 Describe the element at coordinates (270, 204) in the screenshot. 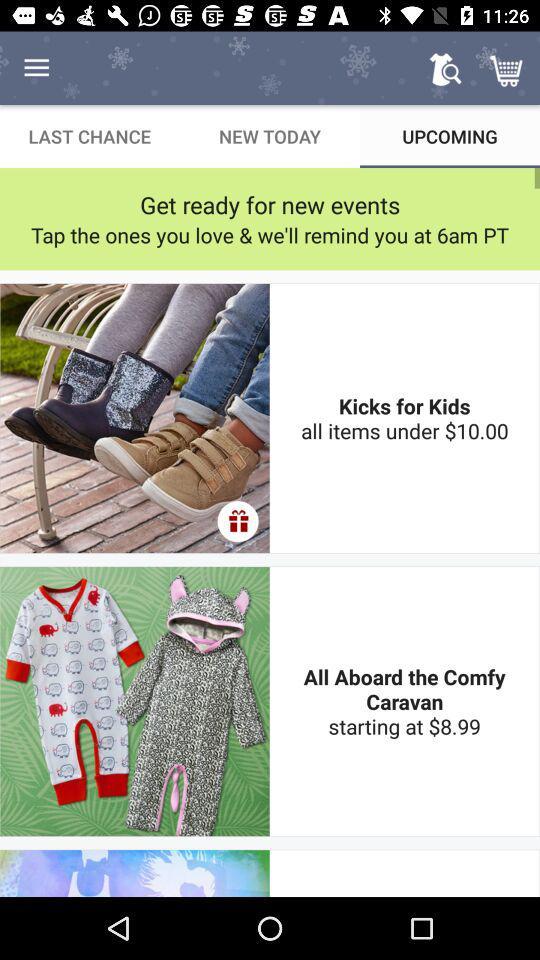

I see `icon above the tap the ones item` at that location.